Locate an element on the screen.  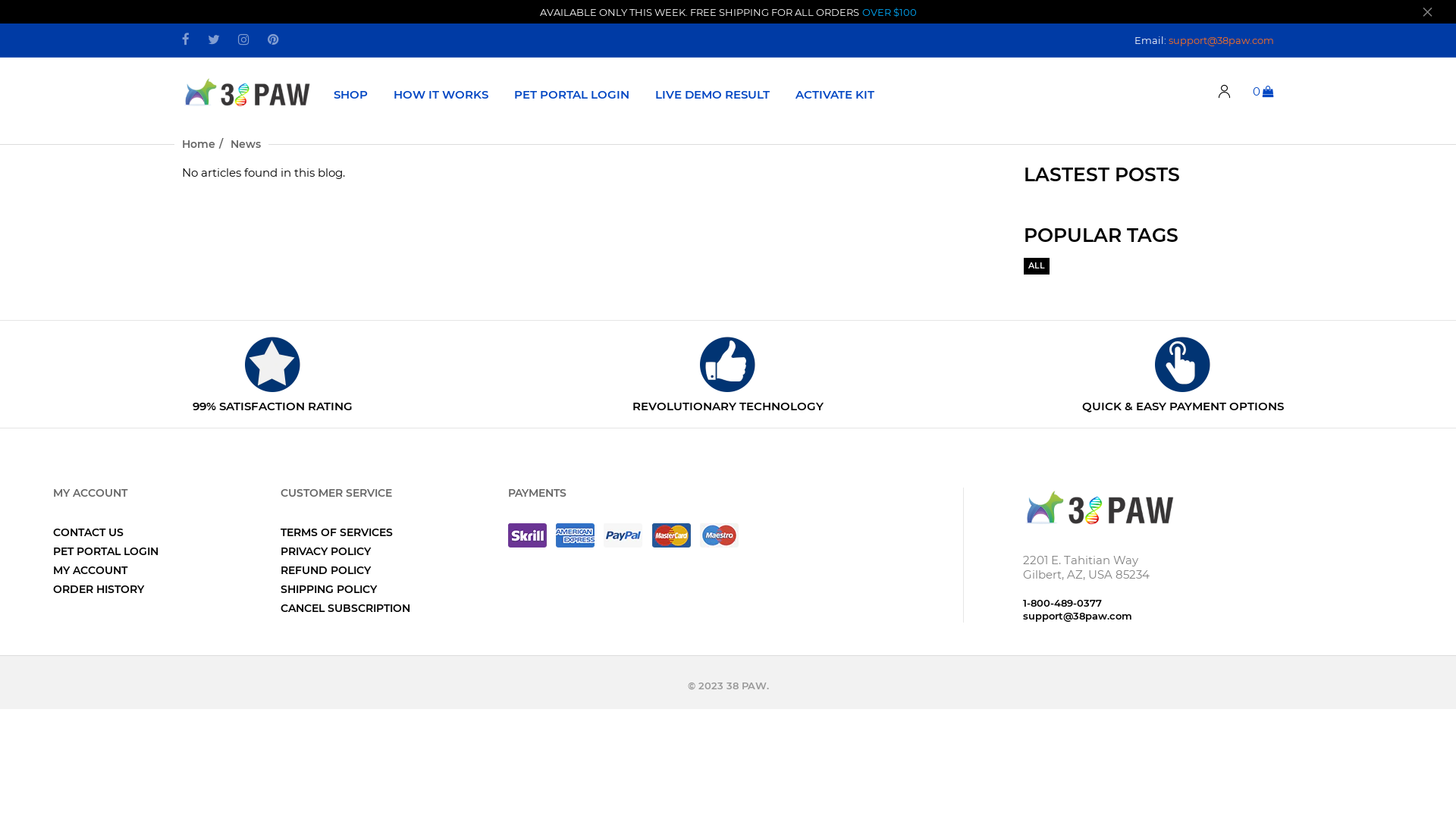
'Facebook' is located at coordinates (184, 39).